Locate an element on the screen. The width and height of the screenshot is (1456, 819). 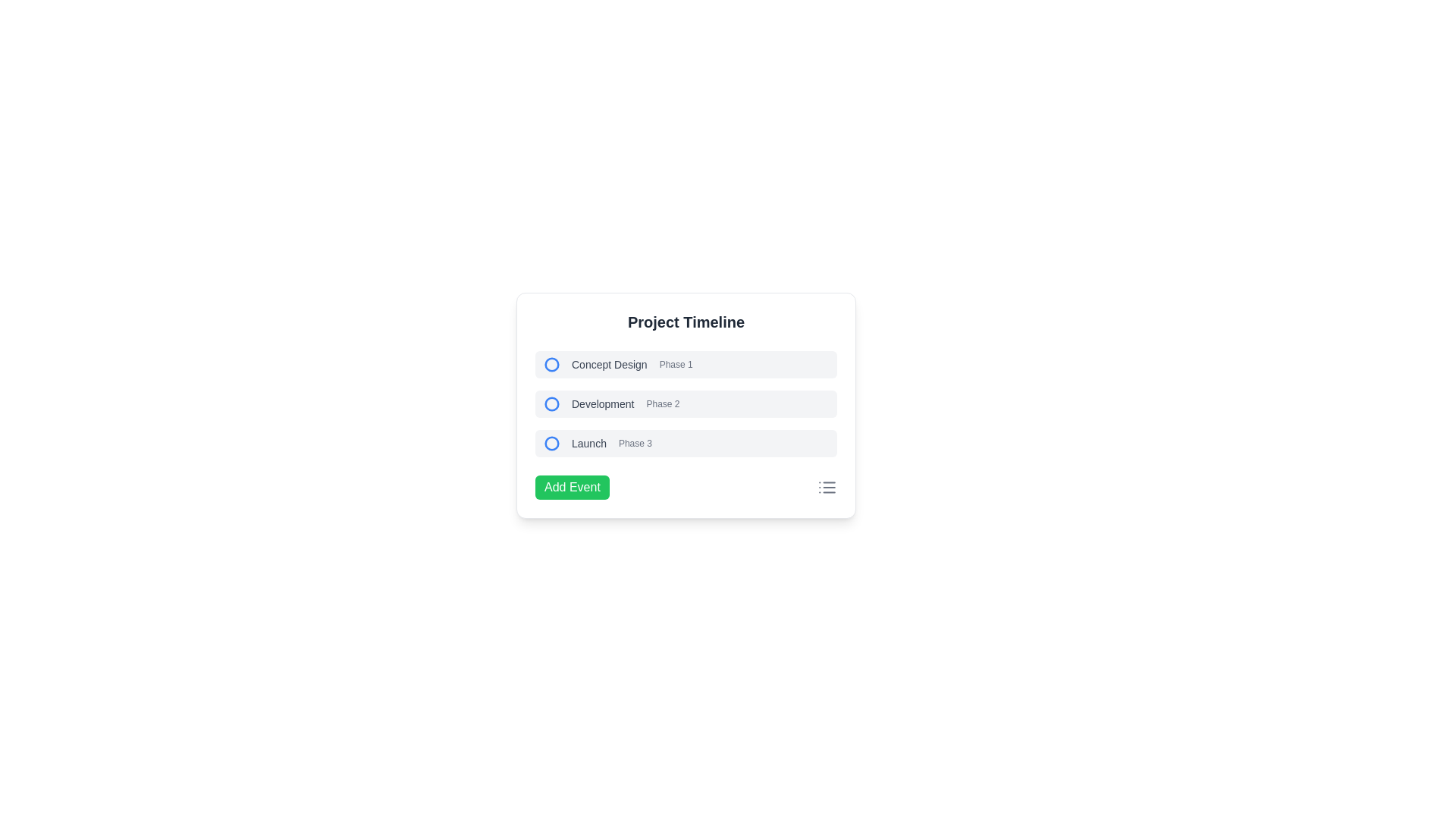
the static text element displaying 'Launch' which is part of the 'Launch Phase 3' group, located to the right of a blue circular icon and above the smaller text 'Phase 3' is located at coordinates (588, 444).